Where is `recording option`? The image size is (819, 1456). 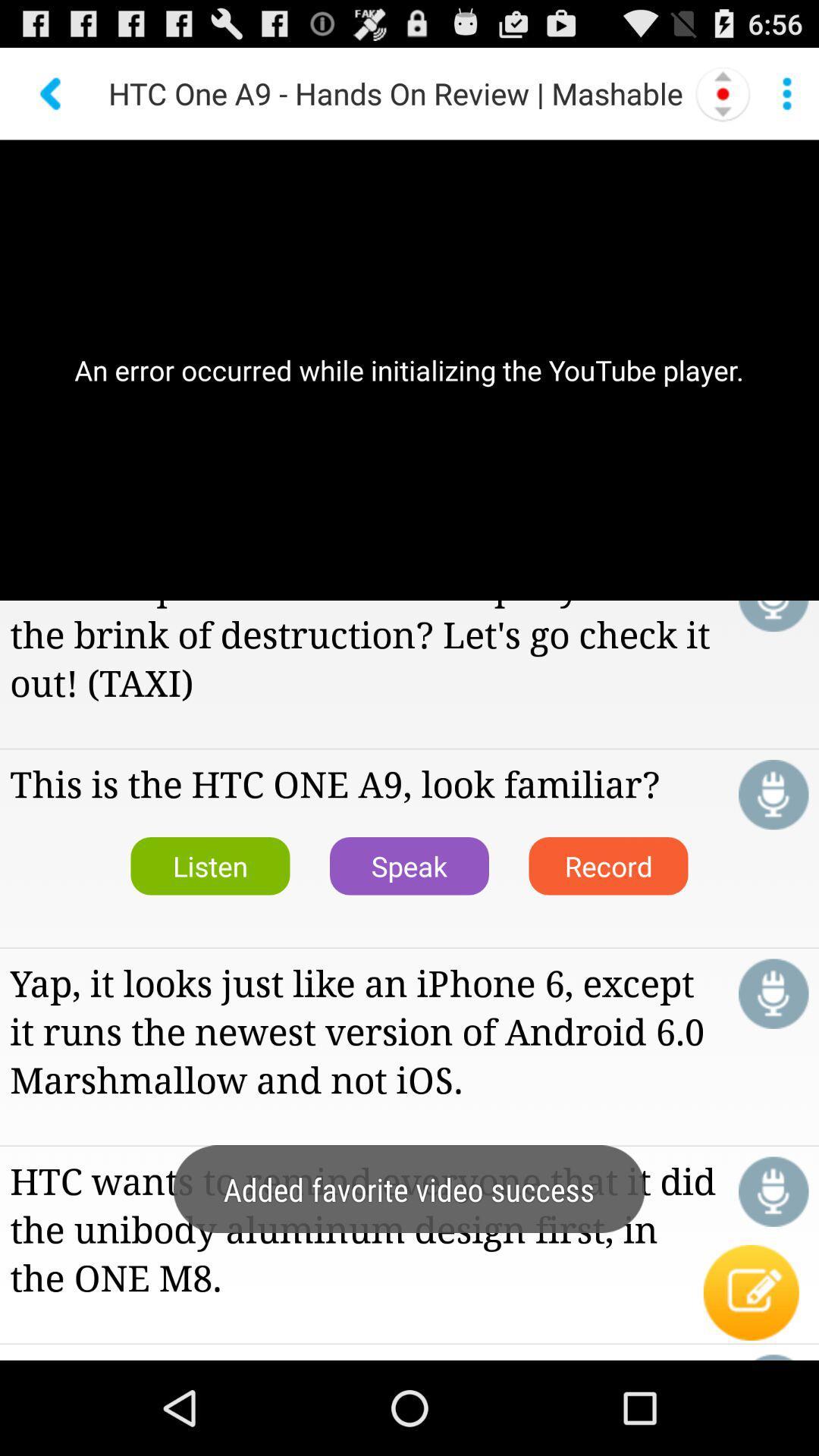 recording option is located at coordinates (722, 93).